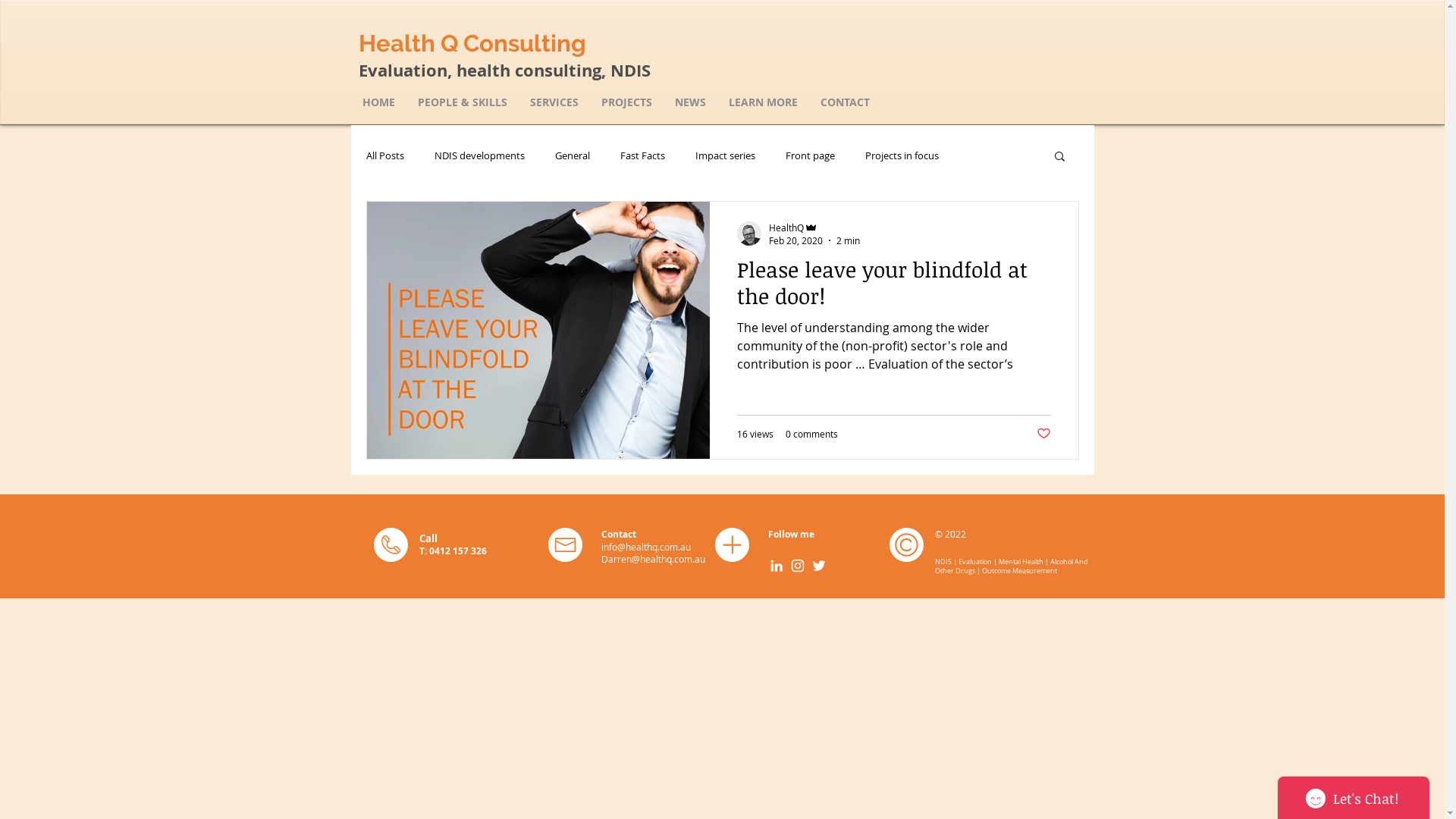 This screenshot has width=1456, height=819. I want to click on 'Front page', so click(809, 155).